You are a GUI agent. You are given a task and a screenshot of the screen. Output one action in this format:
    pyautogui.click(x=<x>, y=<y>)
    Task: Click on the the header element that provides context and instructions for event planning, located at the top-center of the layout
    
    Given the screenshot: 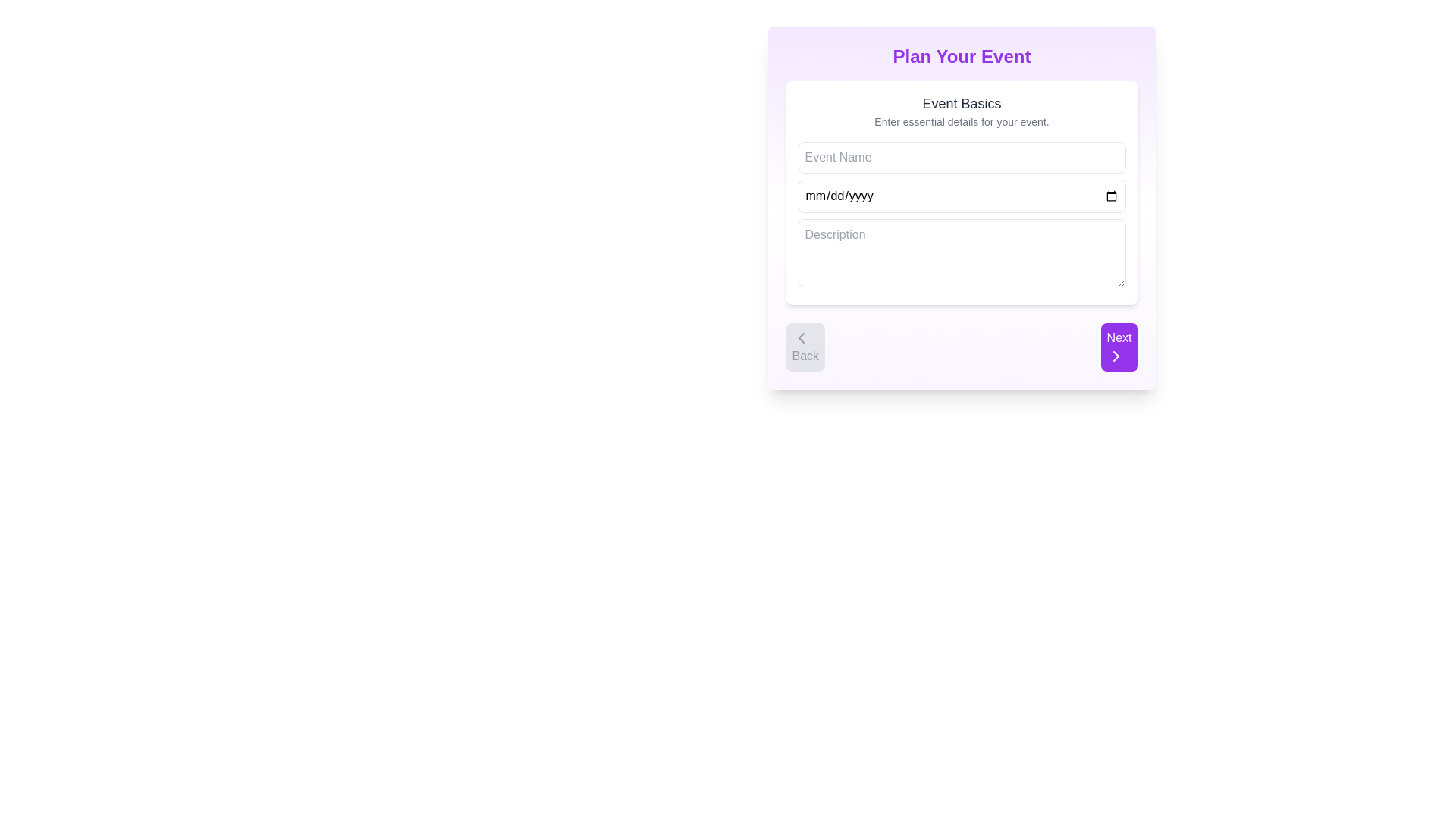 What is the action you would take?
    pyautogui.click(x=961, y=55)
    